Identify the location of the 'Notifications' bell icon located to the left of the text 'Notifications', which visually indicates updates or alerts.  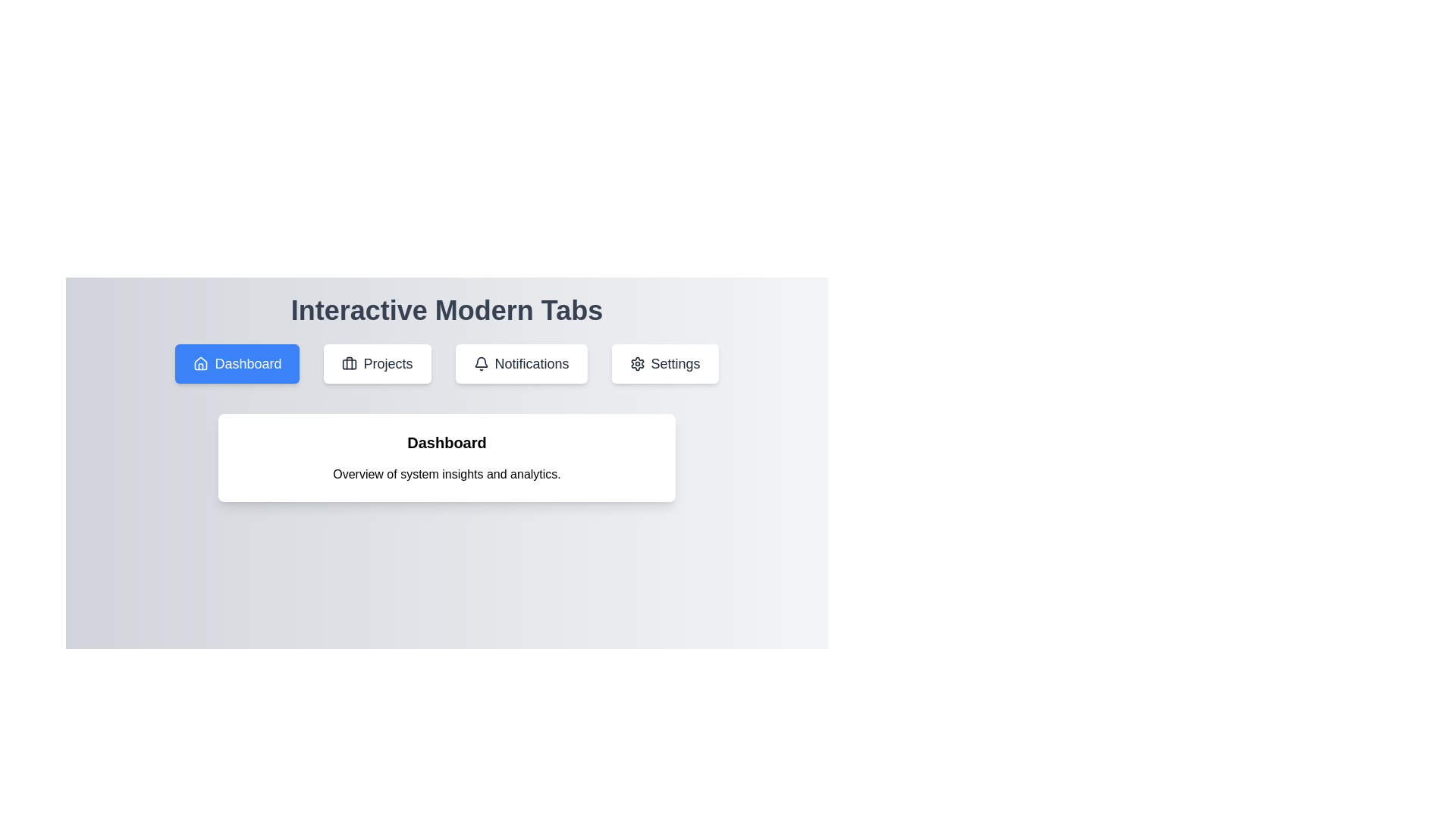
(480, 363).